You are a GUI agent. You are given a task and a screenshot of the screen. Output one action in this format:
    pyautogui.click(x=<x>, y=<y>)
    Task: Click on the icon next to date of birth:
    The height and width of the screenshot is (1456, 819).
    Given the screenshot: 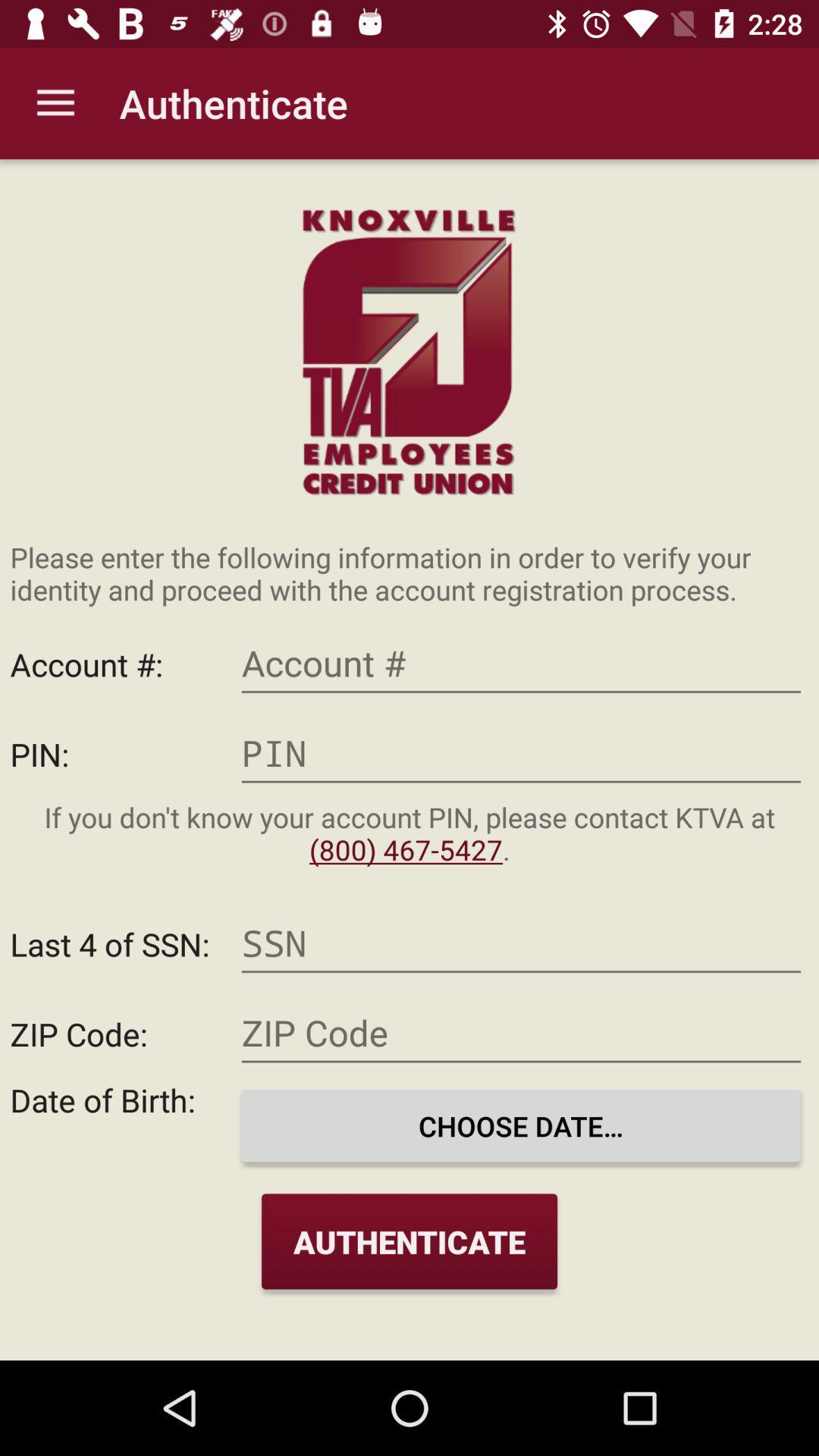 What is the action you would take?
    pyautogui.click(x=520, y=1125)
    